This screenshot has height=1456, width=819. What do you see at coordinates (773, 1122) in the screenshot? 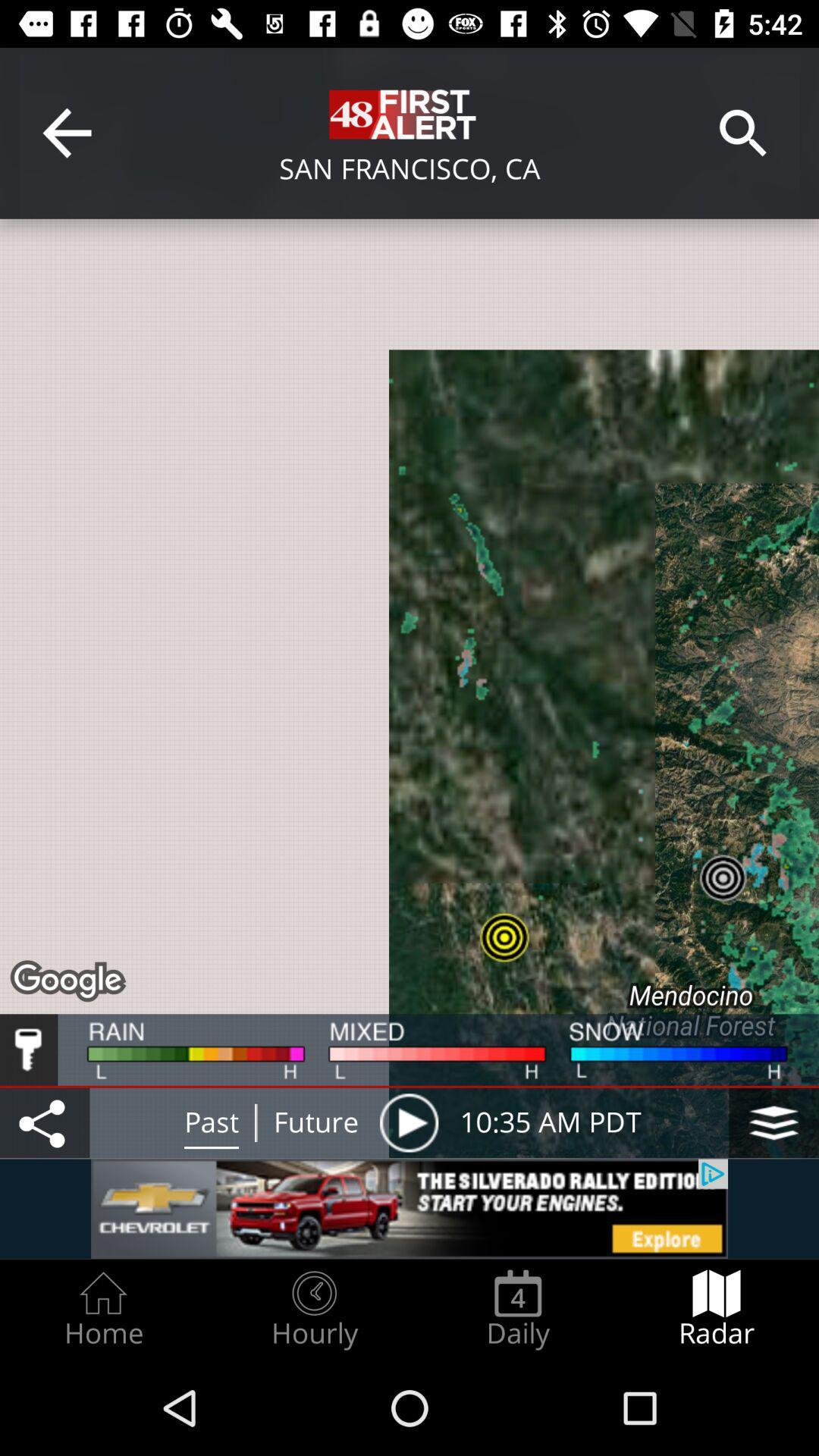
I see `the menu` at bounding box center [773, 1122].